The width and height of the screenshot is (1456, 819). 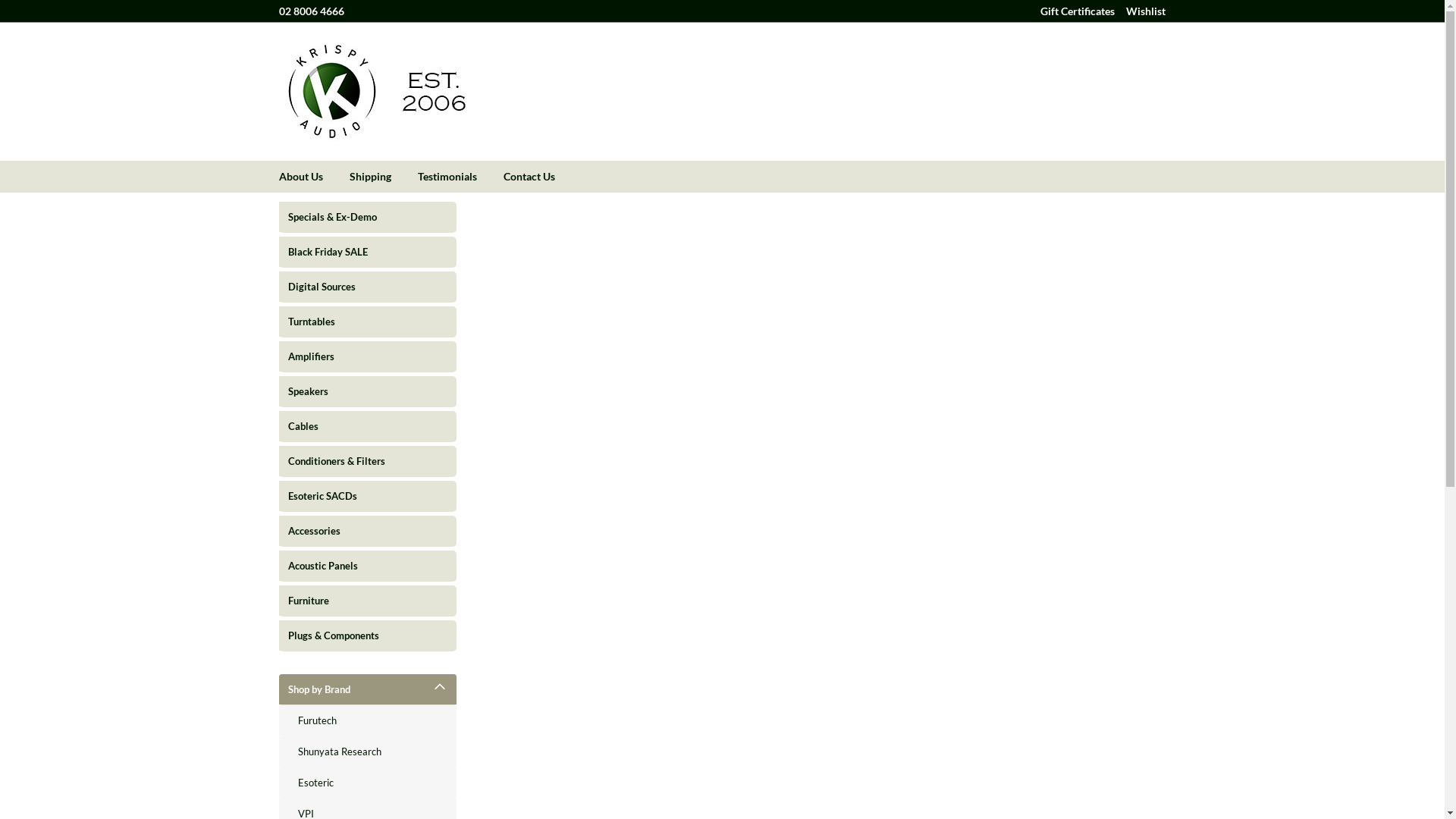 I want to click on 'Gift Certificates', so click(x=1076, y=11).